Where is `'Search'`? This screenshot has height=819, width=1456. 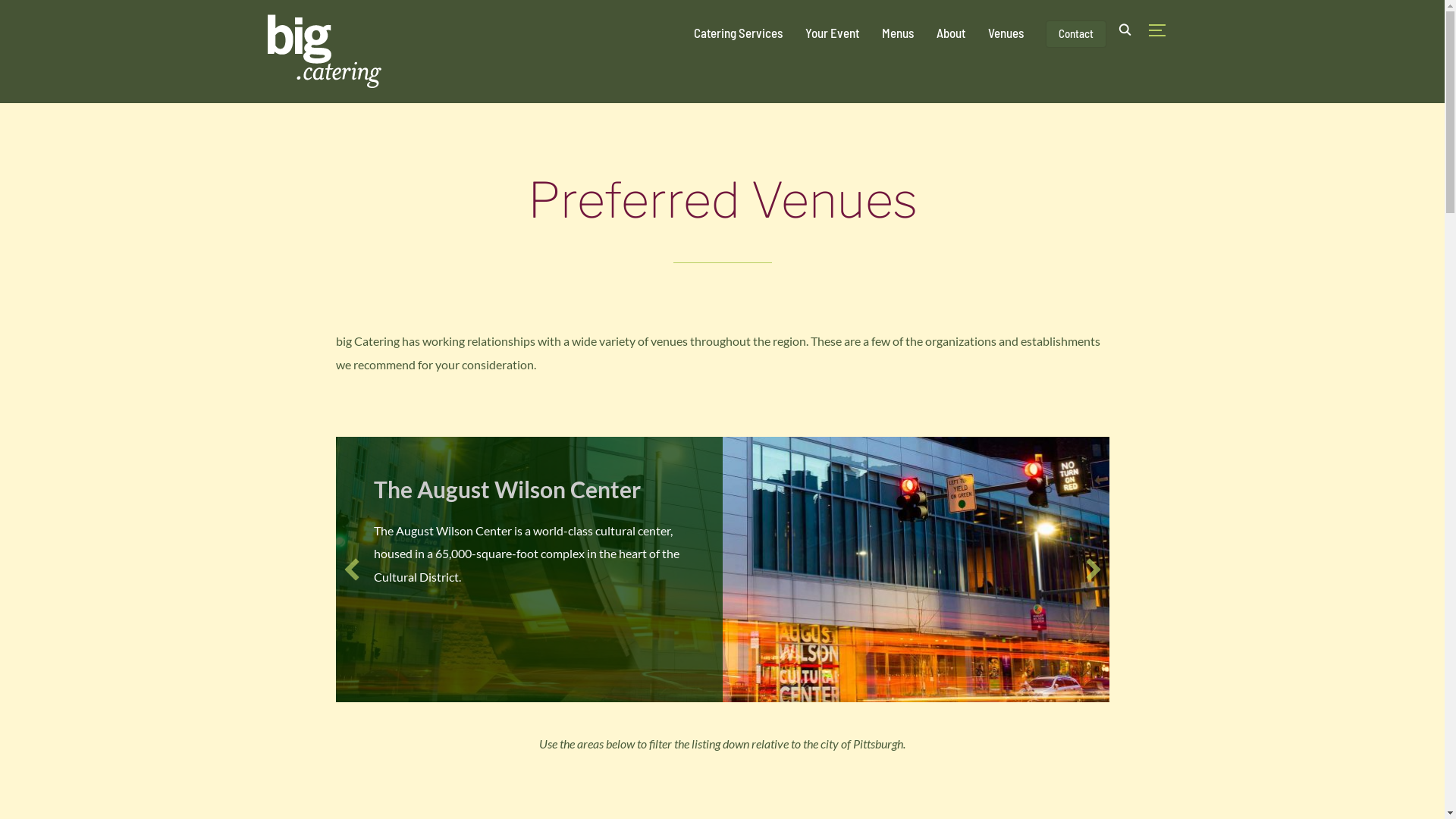 'Search' is located at coordinates (14, 14).